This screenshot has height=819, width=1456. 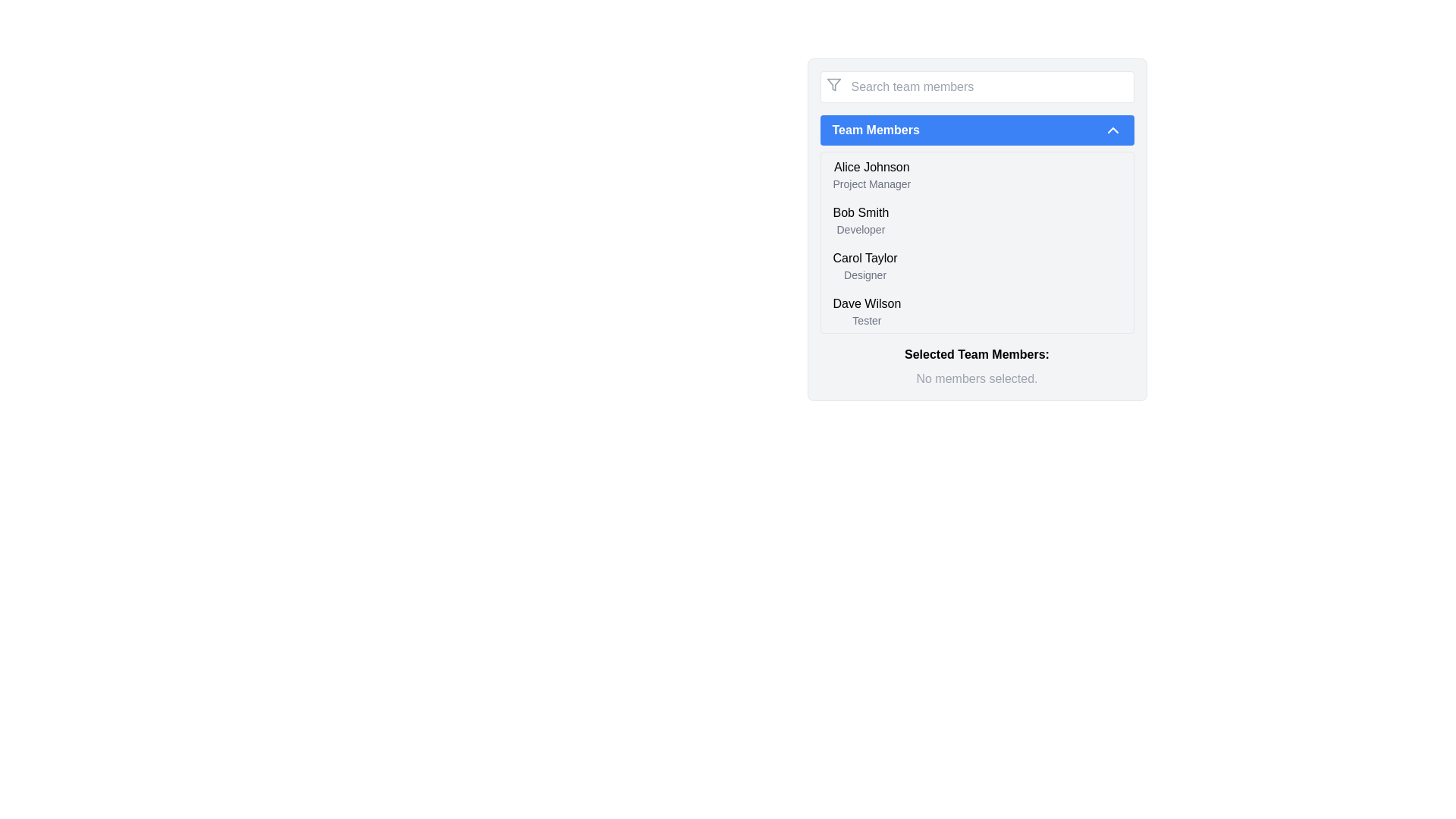 What do you see at coordinates (865, 275) in the screenshot?
I see `the text label displaying 'Designer', which is located underneath 'Carol Taylor' within the 'Team Members' dropdown list` at bounding box center [865, 275].